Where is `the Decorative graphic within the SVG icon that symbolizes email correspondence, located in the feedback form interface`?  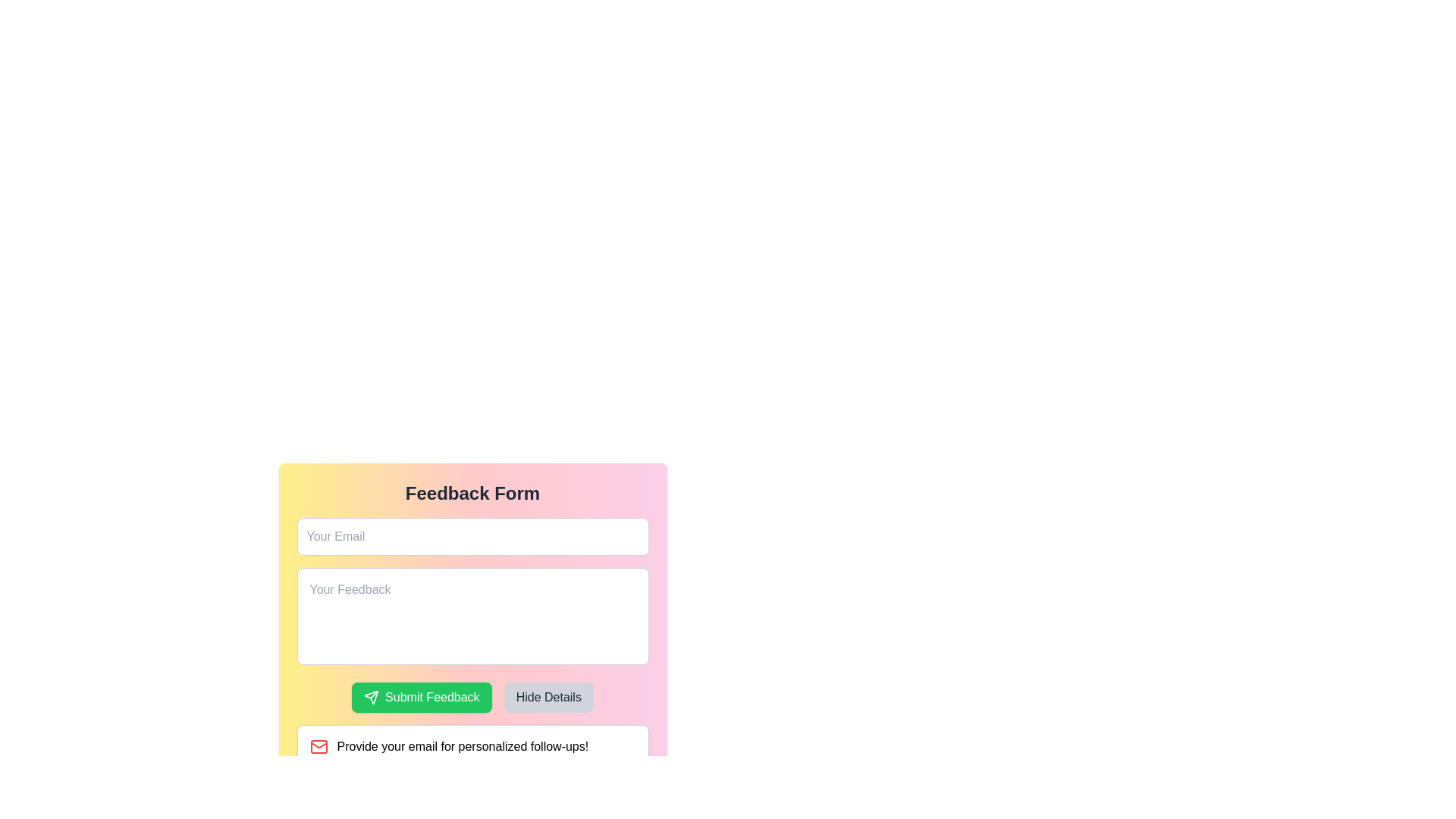
the Decorative graphic within the SVG icon that symbolizes email correspondence, located in the feedback form interface is located at coordinates (318, 745).